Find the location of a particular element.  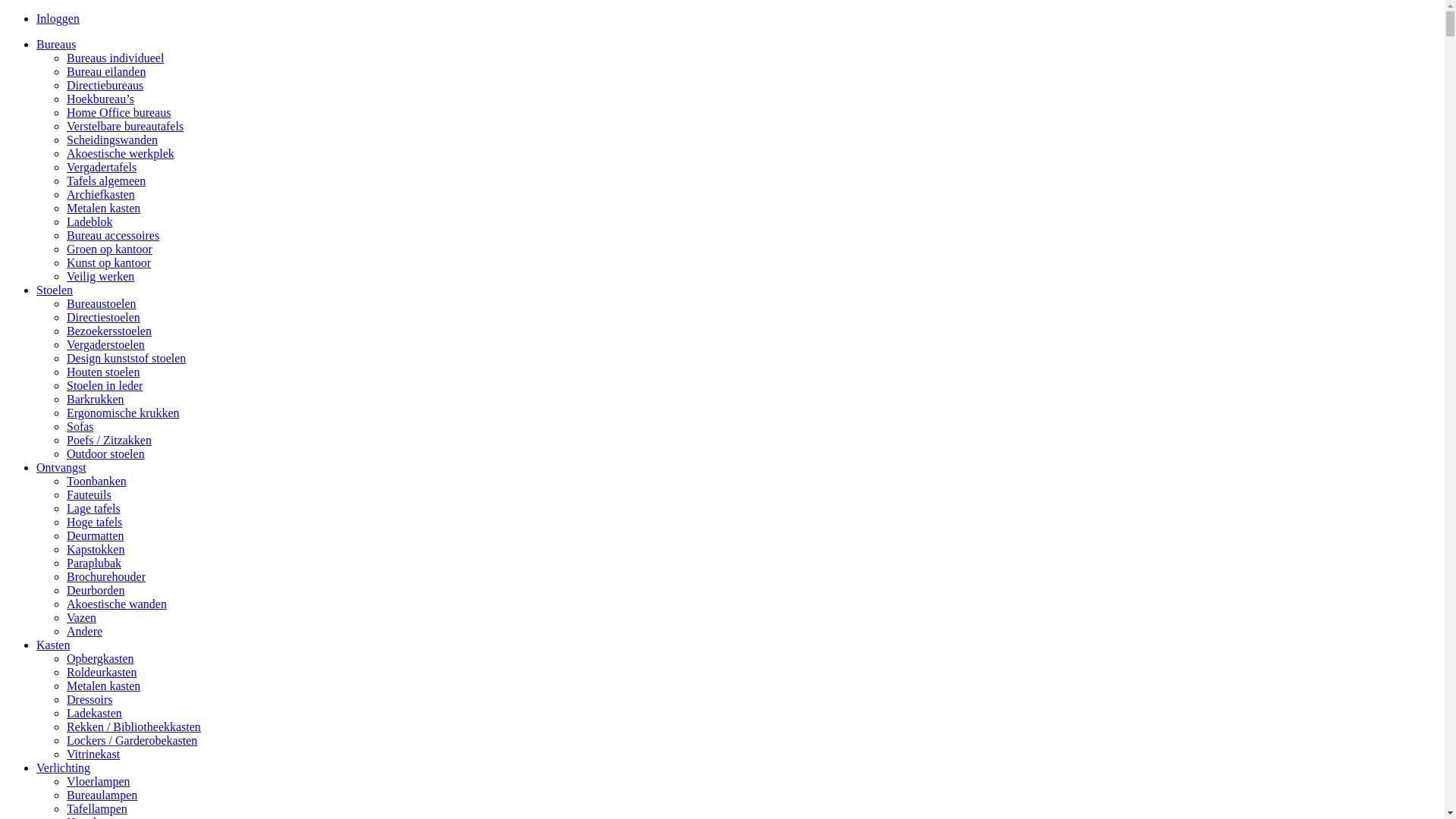

'Paraplubak' is located at coordinates (93, 563).